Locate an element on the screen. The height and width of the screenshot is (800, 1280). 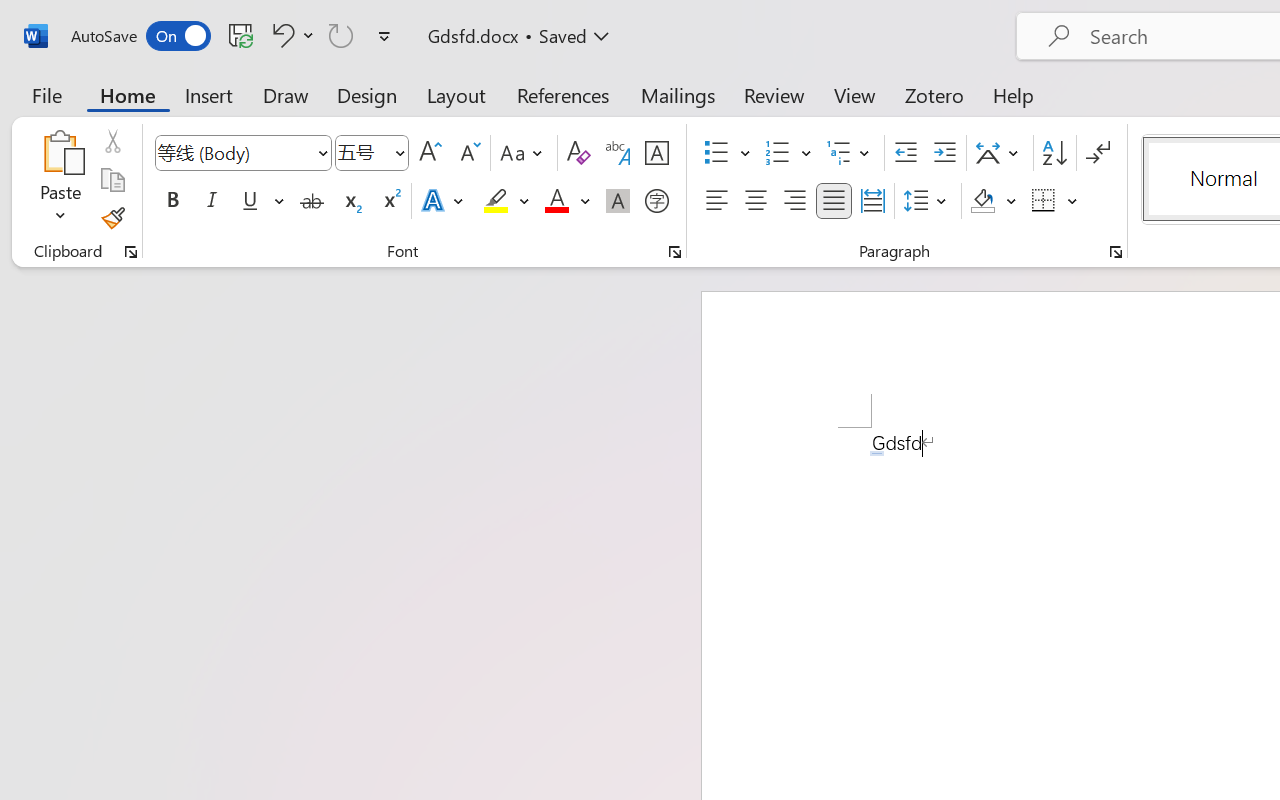
'Sort...' is located at coordinates (1053, 153).